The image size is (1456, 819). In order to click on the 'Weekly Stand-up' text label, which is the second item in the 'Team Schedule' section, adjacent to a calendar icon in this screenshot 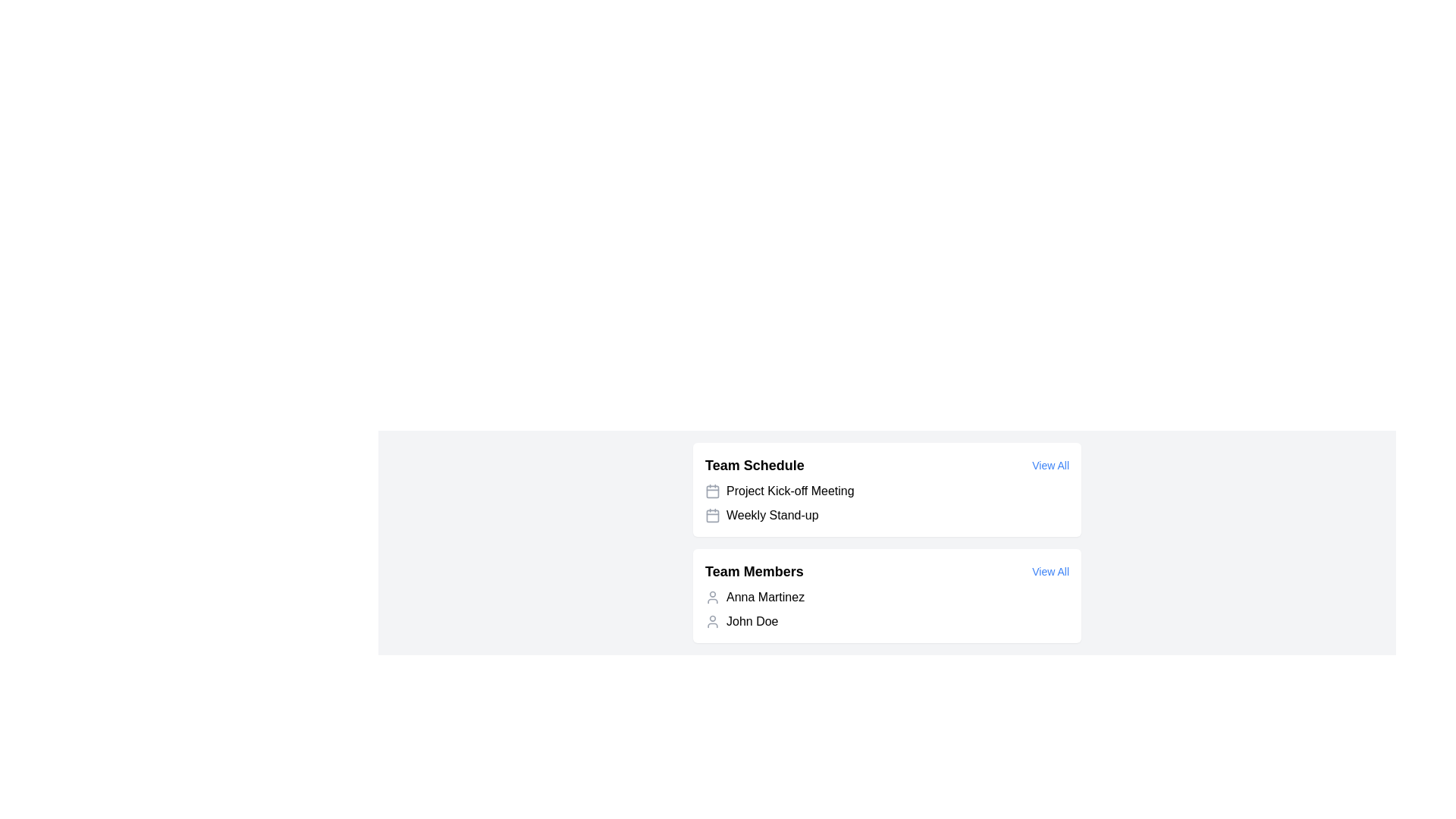, I will do `click(772, 514)`.